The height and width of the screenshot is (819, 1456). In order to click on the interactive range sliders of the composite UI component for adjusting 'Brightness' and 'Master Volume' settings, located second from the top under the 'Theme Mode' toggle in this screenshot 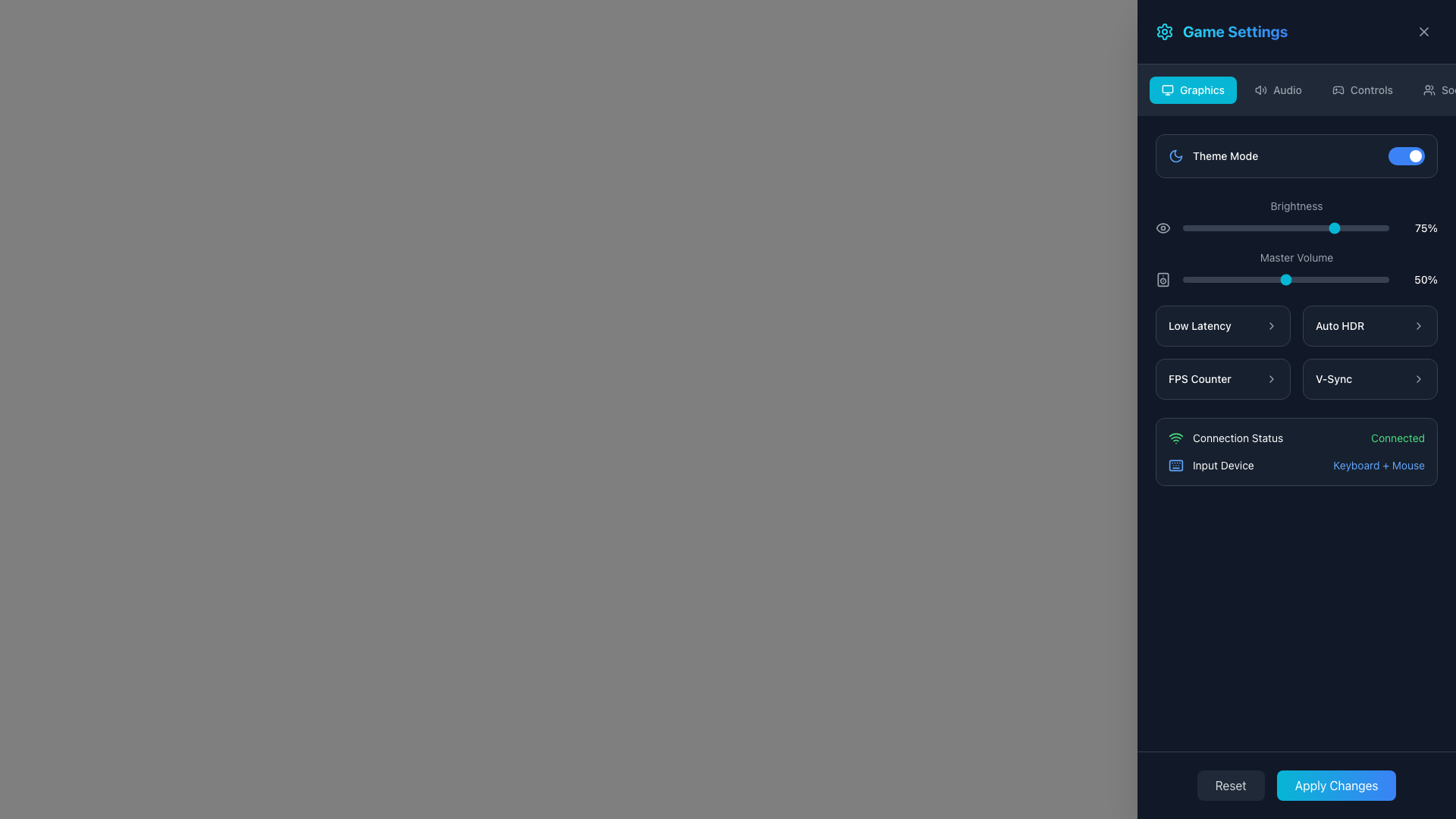, I will do `click(1295, 241)`.